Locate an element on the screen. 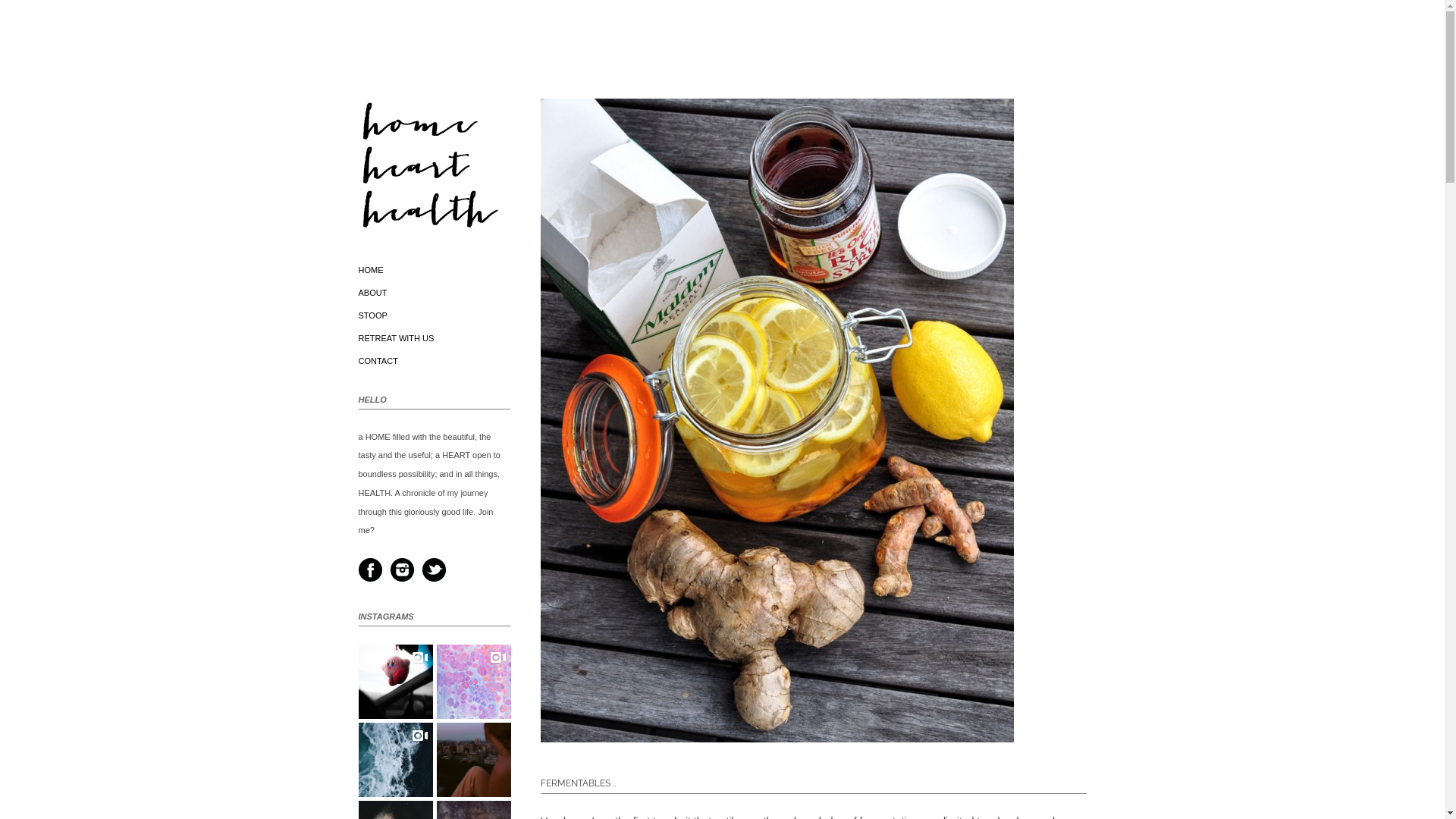 This screenshot has height=819, width=1456. 'STOOP' is located at coordinates (372, 315).